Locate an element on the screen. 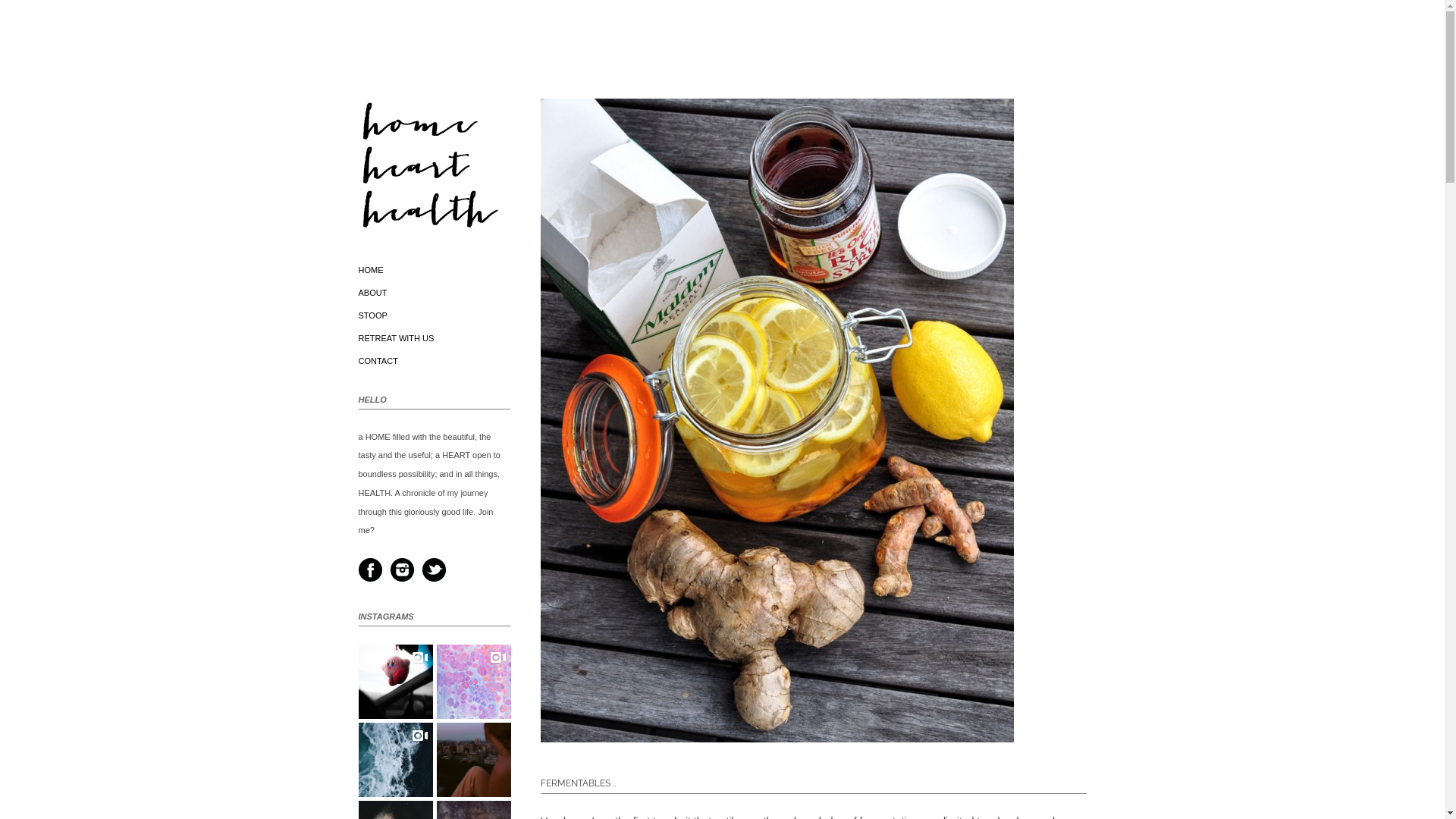 This screenshot has height=819, width=1456. 'STOOP' is located at coordinates (372, 315).